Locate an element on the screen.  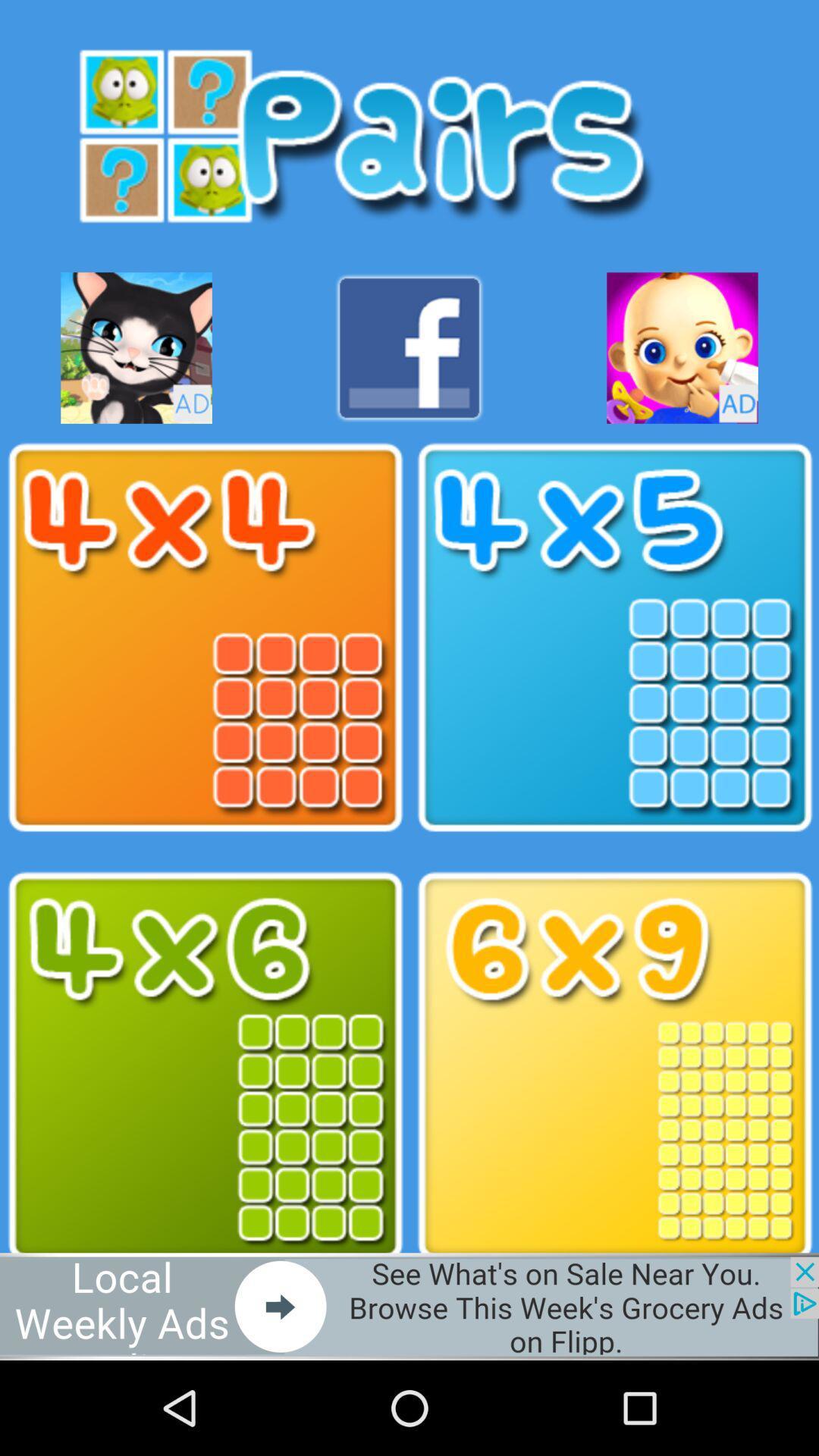
game page is located at coordinates (614, 1065).